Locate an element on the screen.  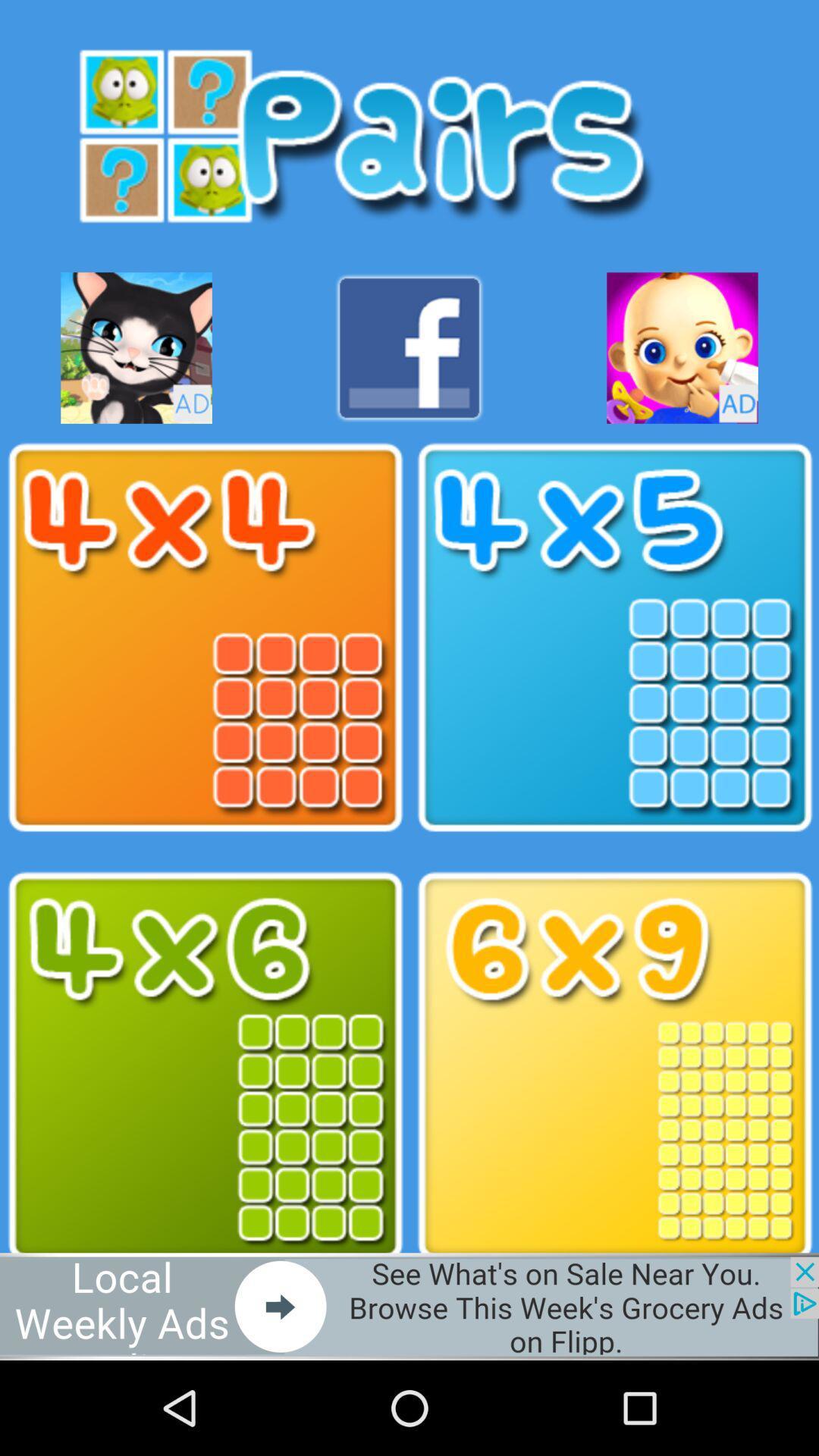
game page is located at coordinates (614, 1065).